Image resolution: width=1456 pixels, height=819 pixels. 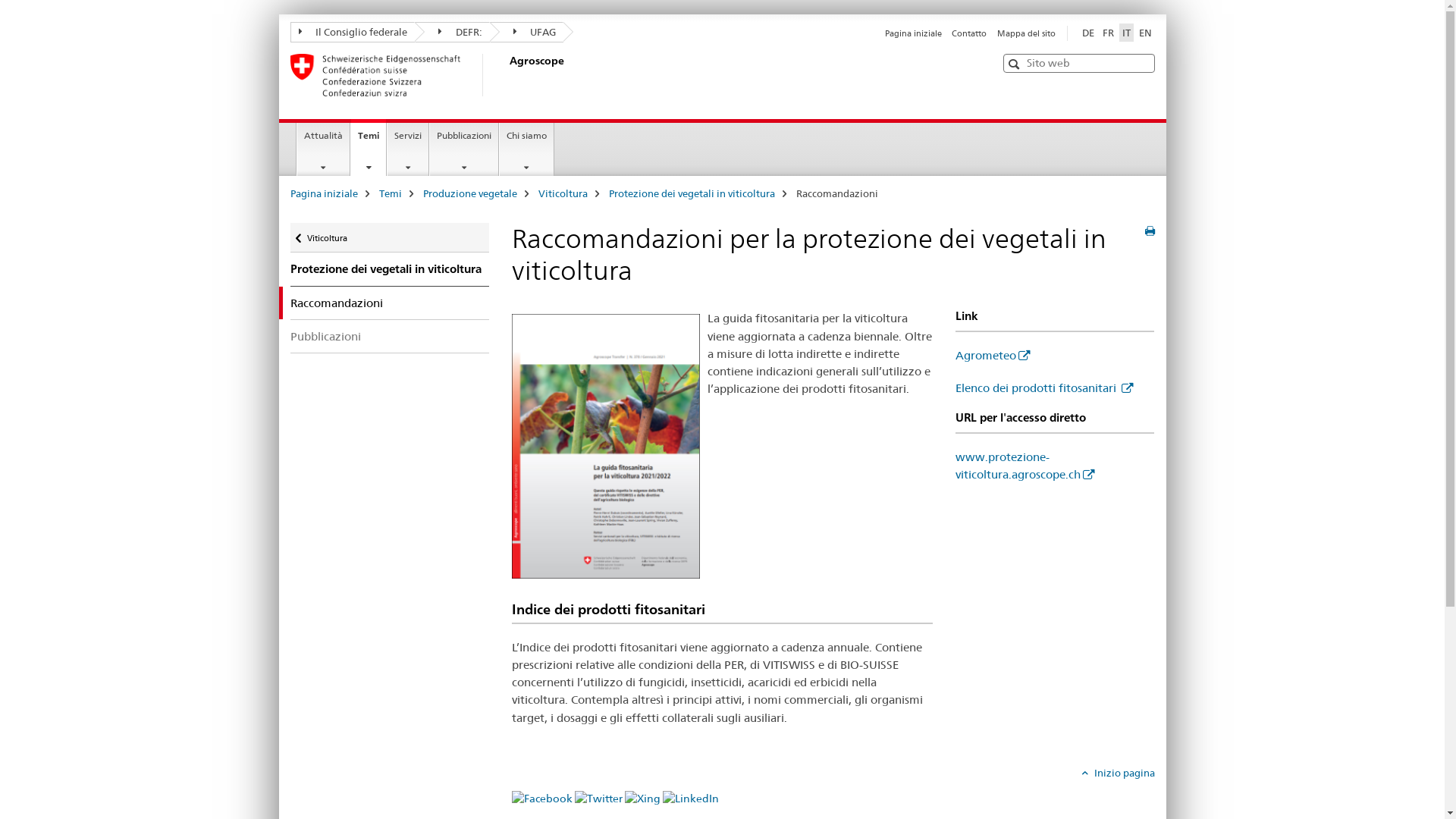 I want to click on 'www.protezione-viticoltura.agroscope.ch', so click(x=1025, y=464).